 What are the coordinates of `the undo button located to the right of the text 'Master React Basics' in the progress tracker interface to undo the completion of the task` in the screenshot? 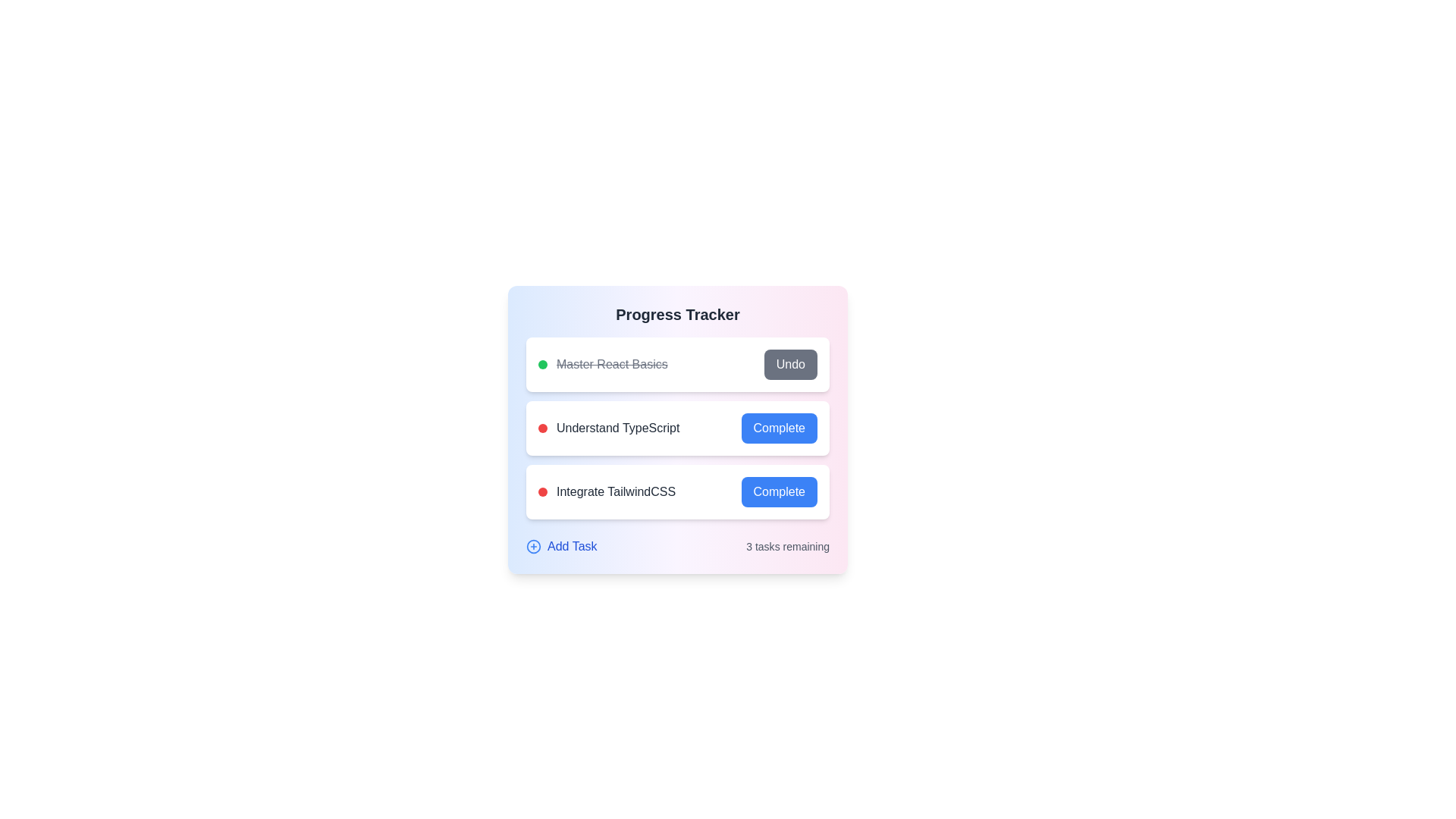 It's located at (789, 365).